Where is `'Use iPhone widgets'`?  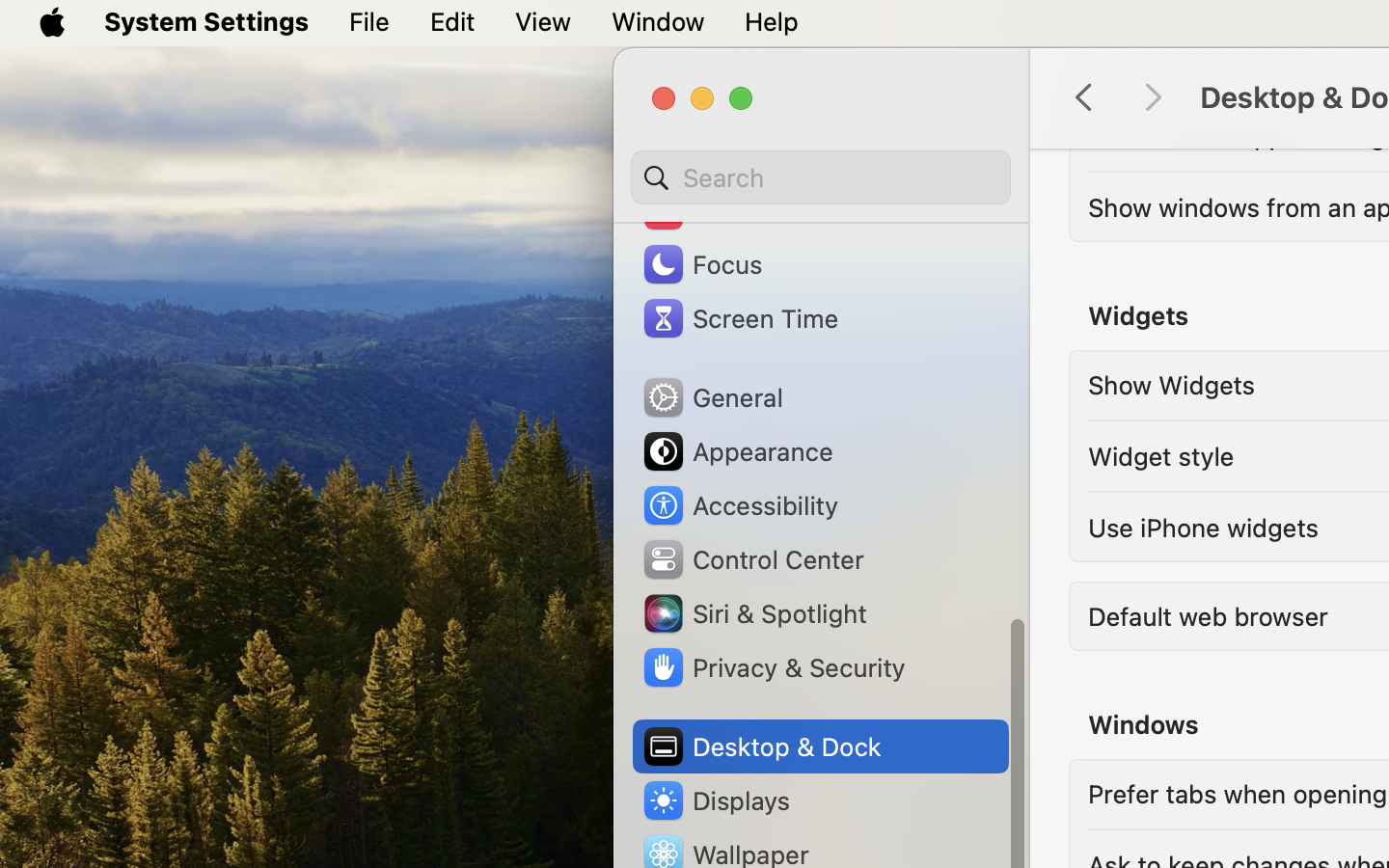
'Use iPhone widgets' is located at coordinates (1203, 526).